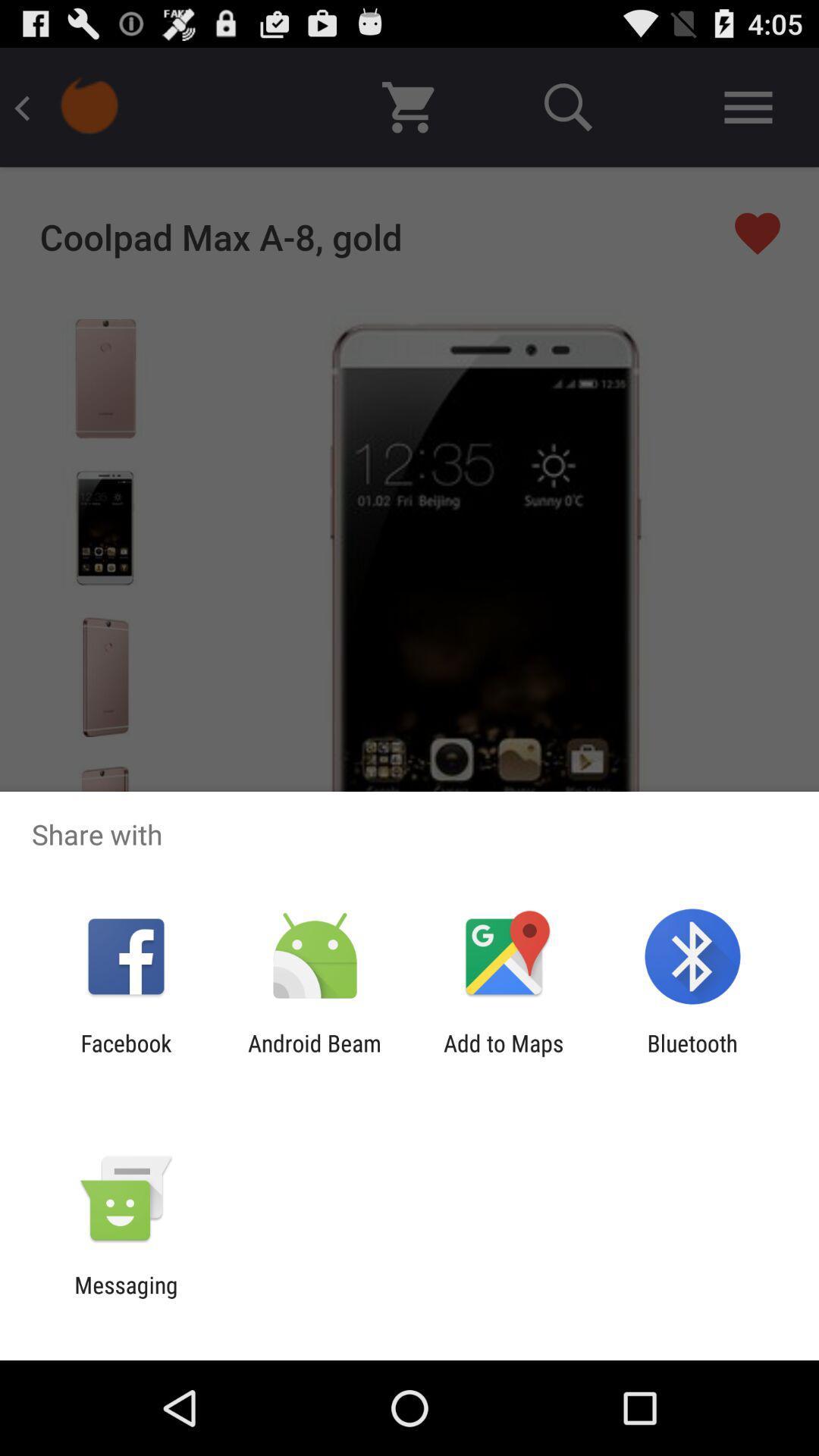 Image resolution: width=819 pixels, height=1456 pixels. Describe the element at coordinates (314, 1056) in the screenshot. I see `the android beam item` at that location.